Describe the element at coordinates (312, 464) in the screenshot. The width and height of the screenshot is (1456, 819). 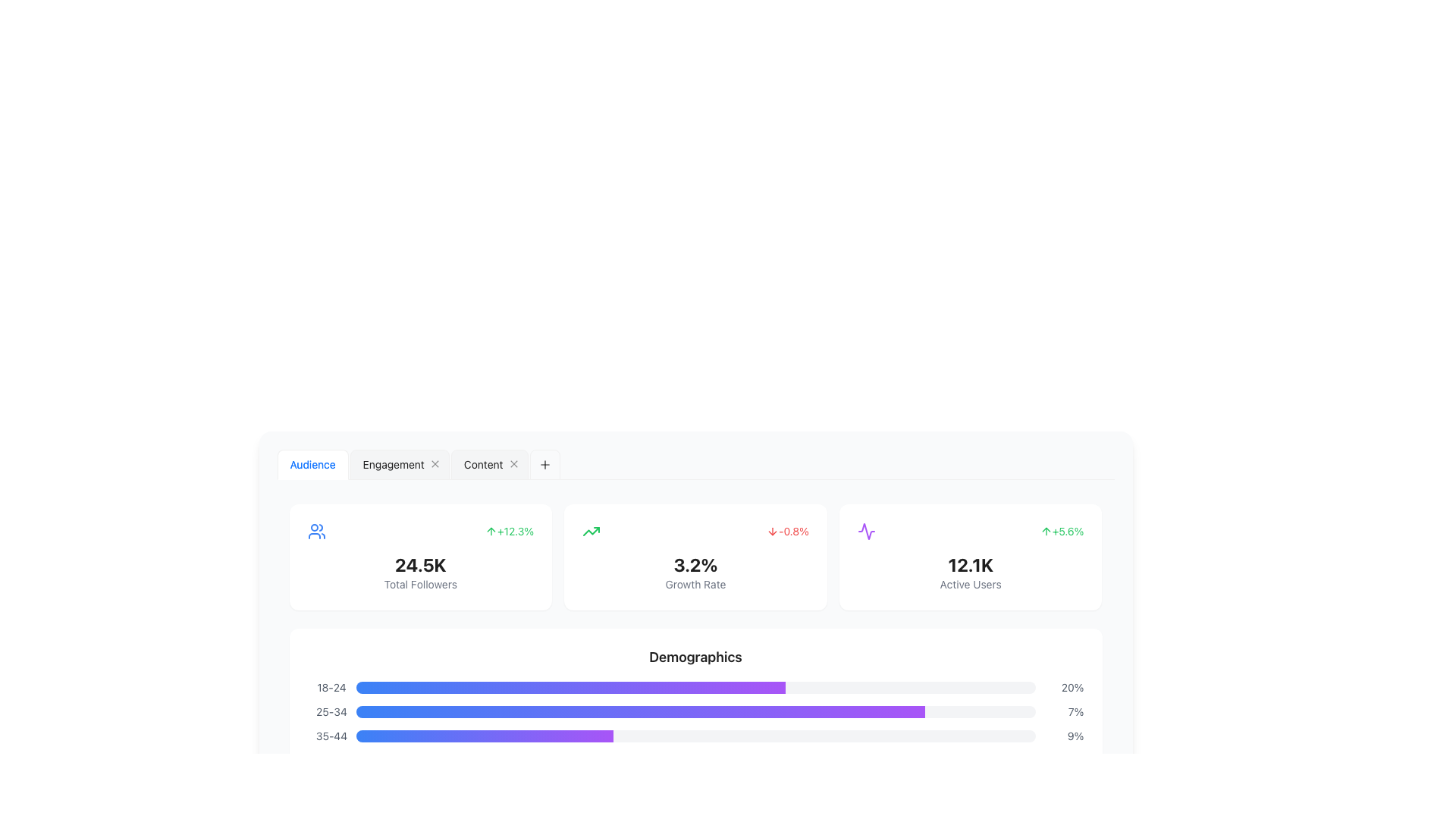
I see `the 'Audience' tab, which is a clickable text label in blue font` at that location.